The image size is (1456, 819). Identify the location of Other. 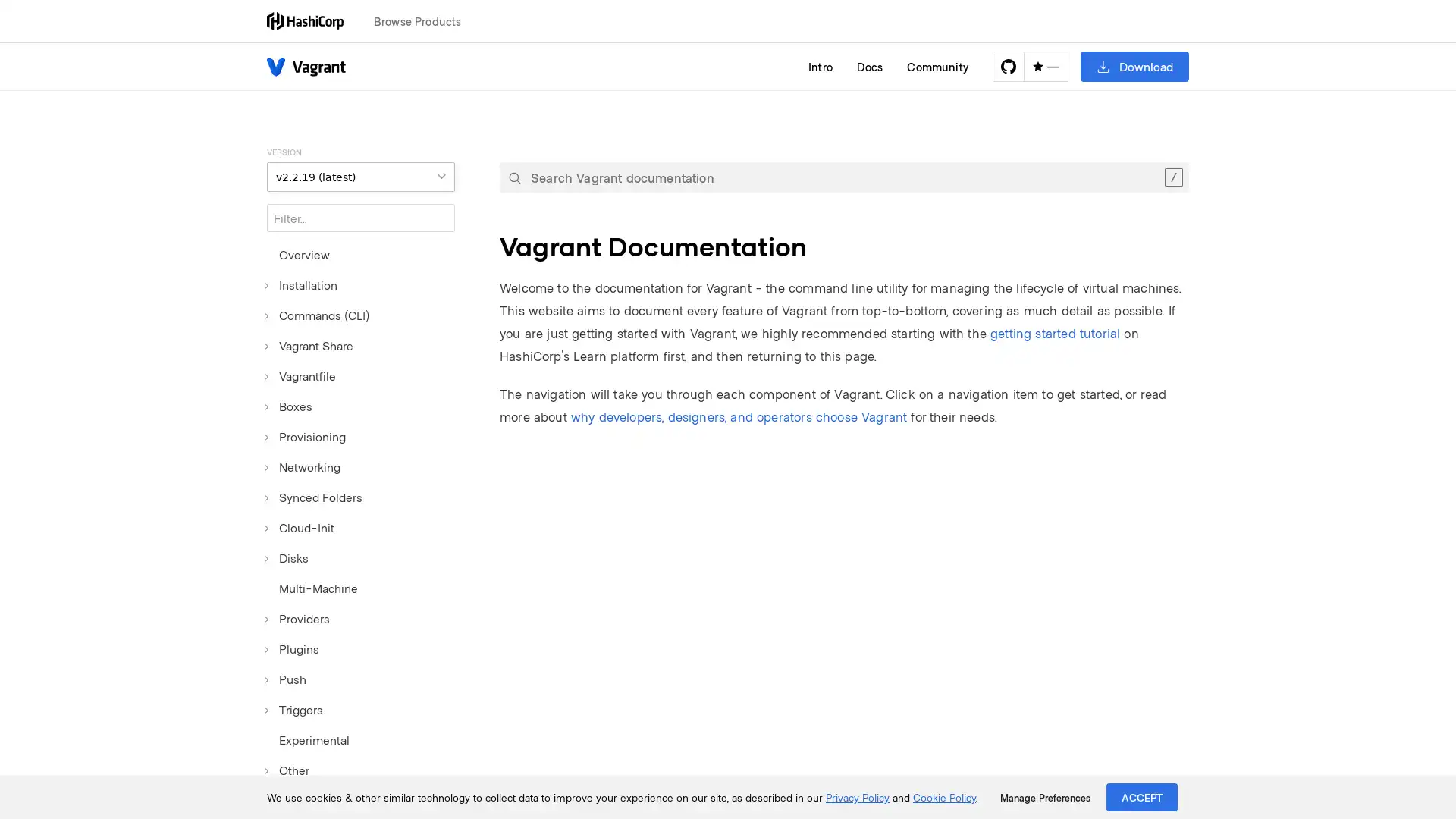
(287, 770).